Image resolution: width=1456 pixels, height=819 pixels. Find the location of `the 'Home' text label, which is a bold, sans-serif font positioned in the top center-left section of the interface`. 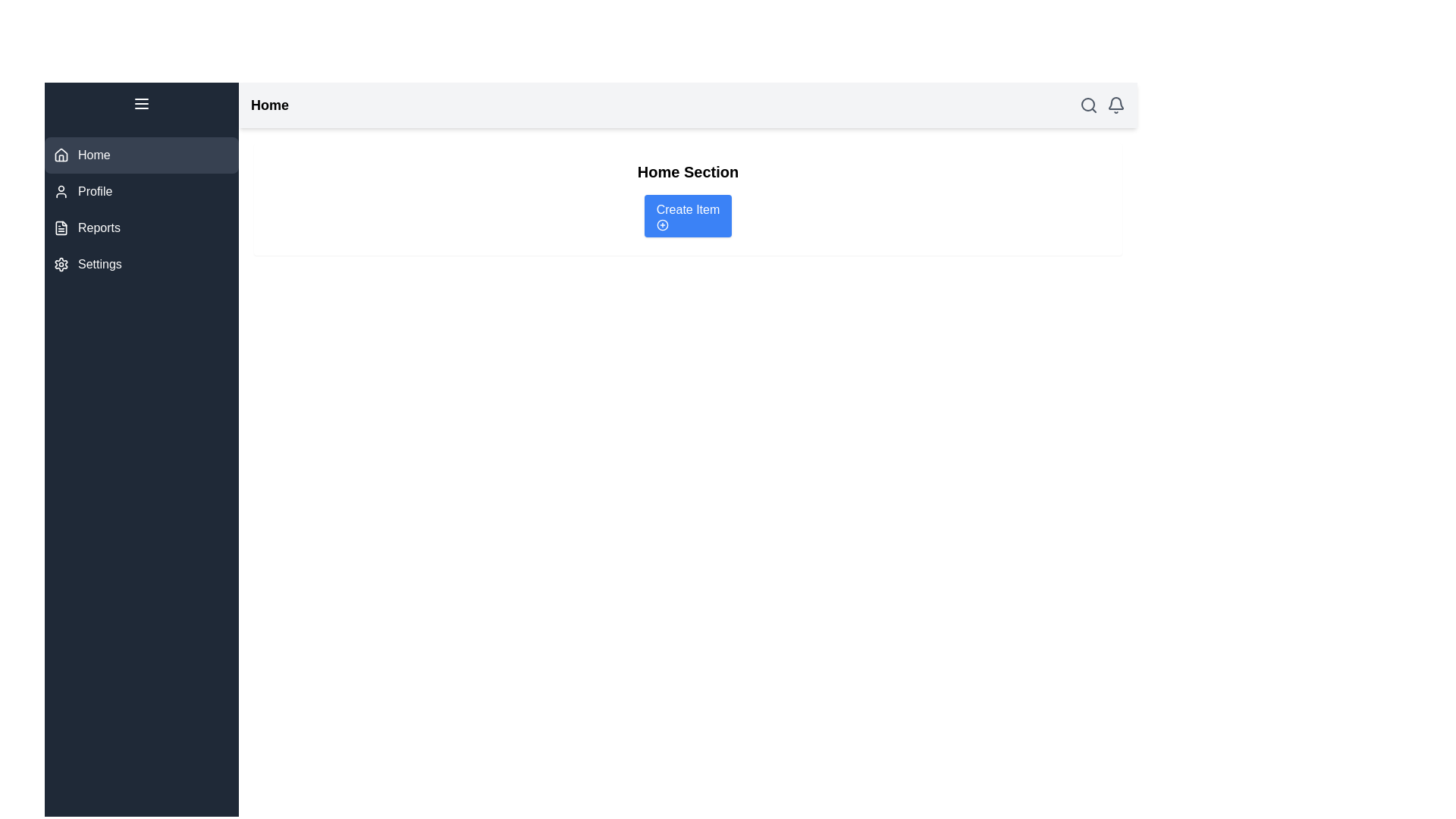

the 'Home' text label, which is a bold, sans-serif font positioned in the top center-left section of the interface is located at coordinates (269, 104).